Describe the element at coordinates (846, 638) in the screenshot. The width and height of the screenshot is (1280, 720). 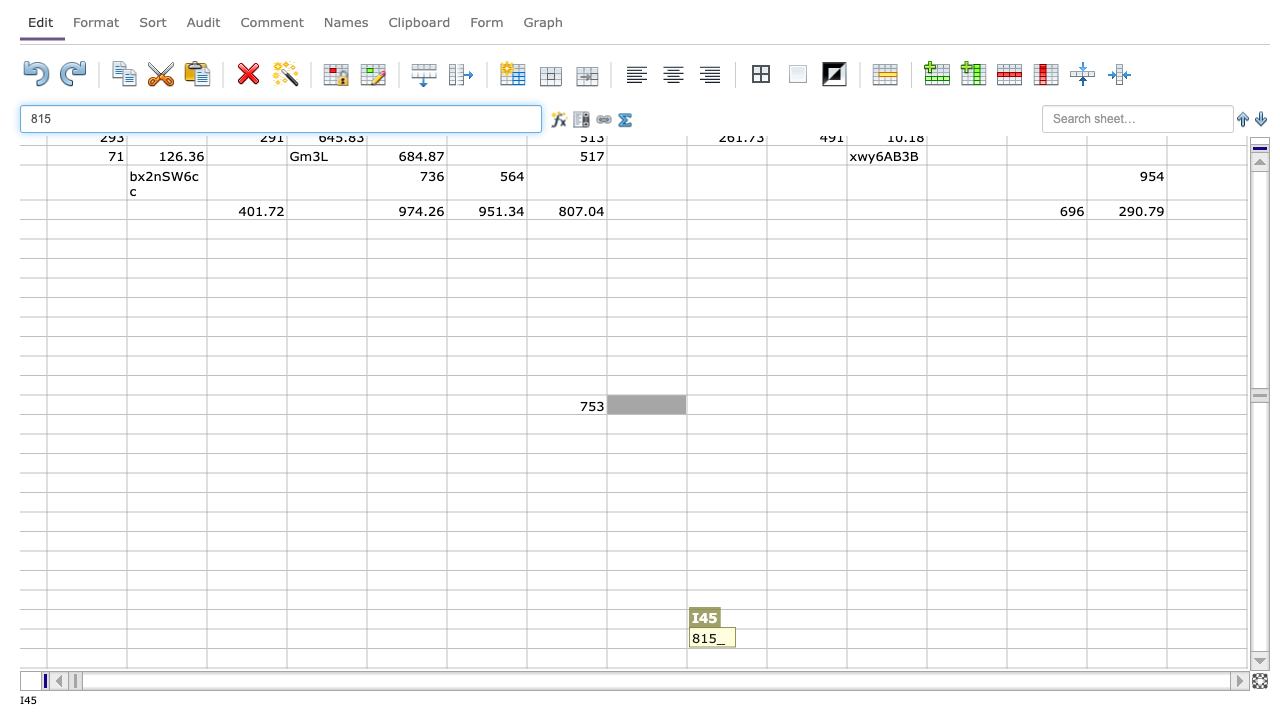
I see `right border of K57` at that location.